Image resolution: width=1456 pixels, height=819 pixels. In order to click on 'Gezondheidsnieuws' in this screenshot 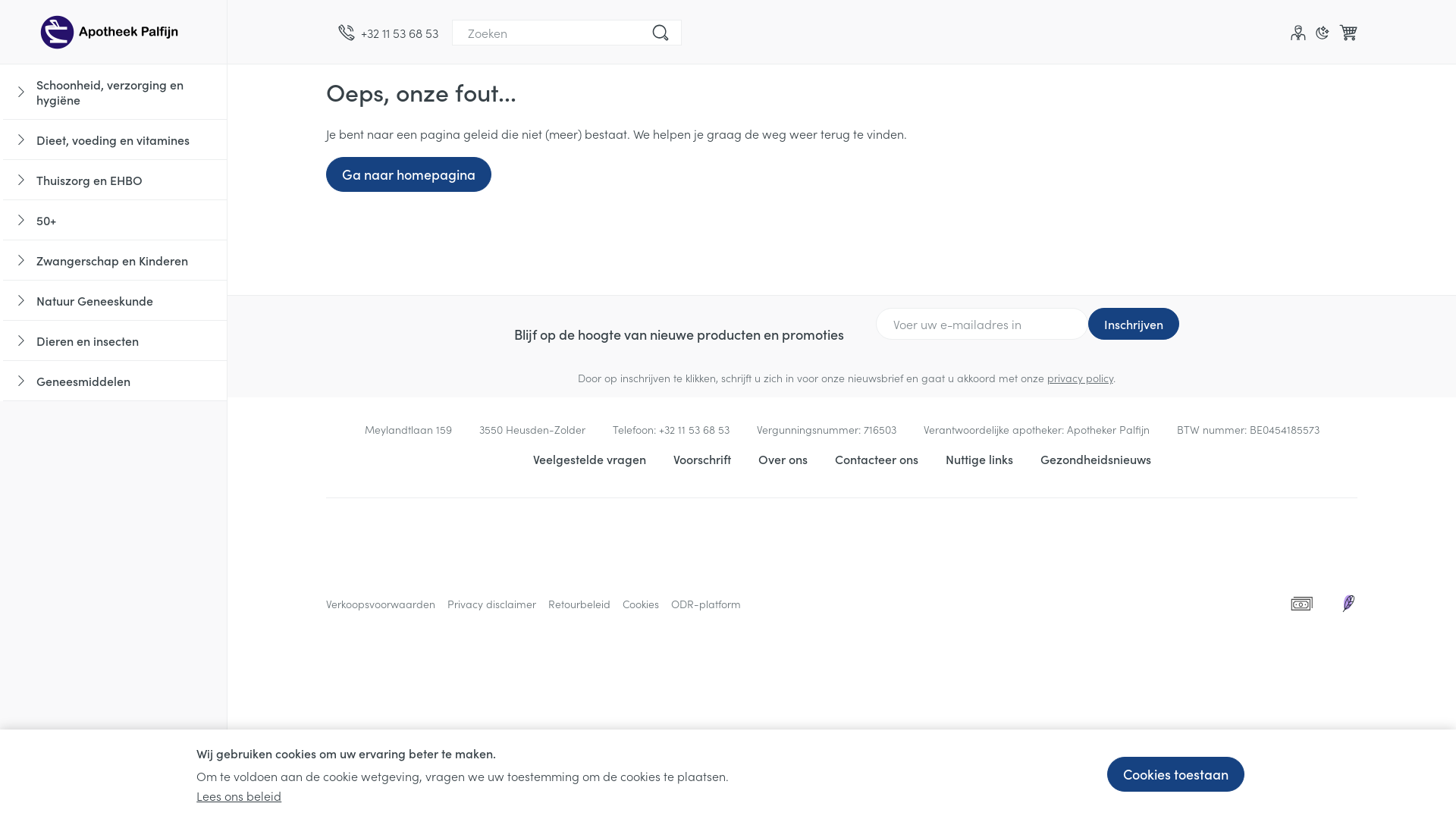, I will do `click(1095, 458)`.